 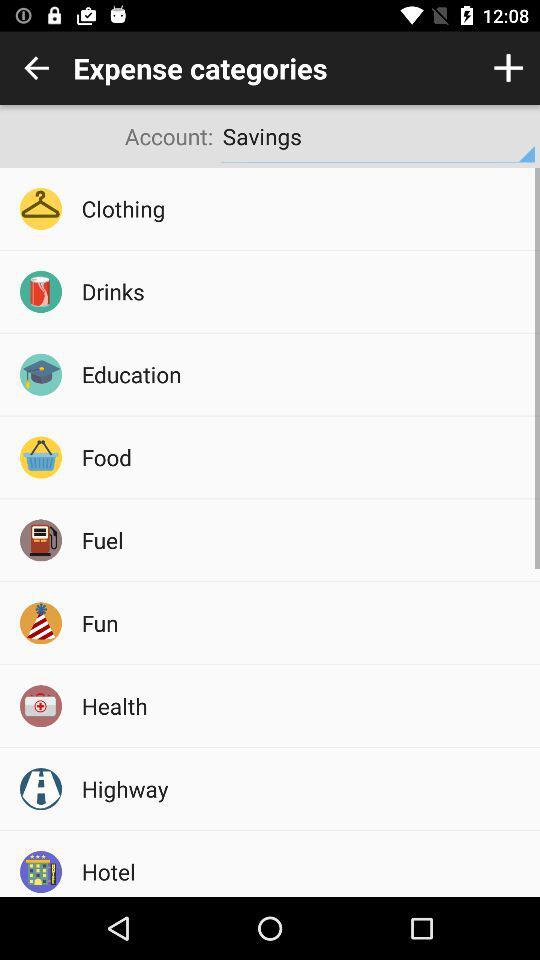 I want to click on the icon to the right of account:, so click(x=378, y=135).